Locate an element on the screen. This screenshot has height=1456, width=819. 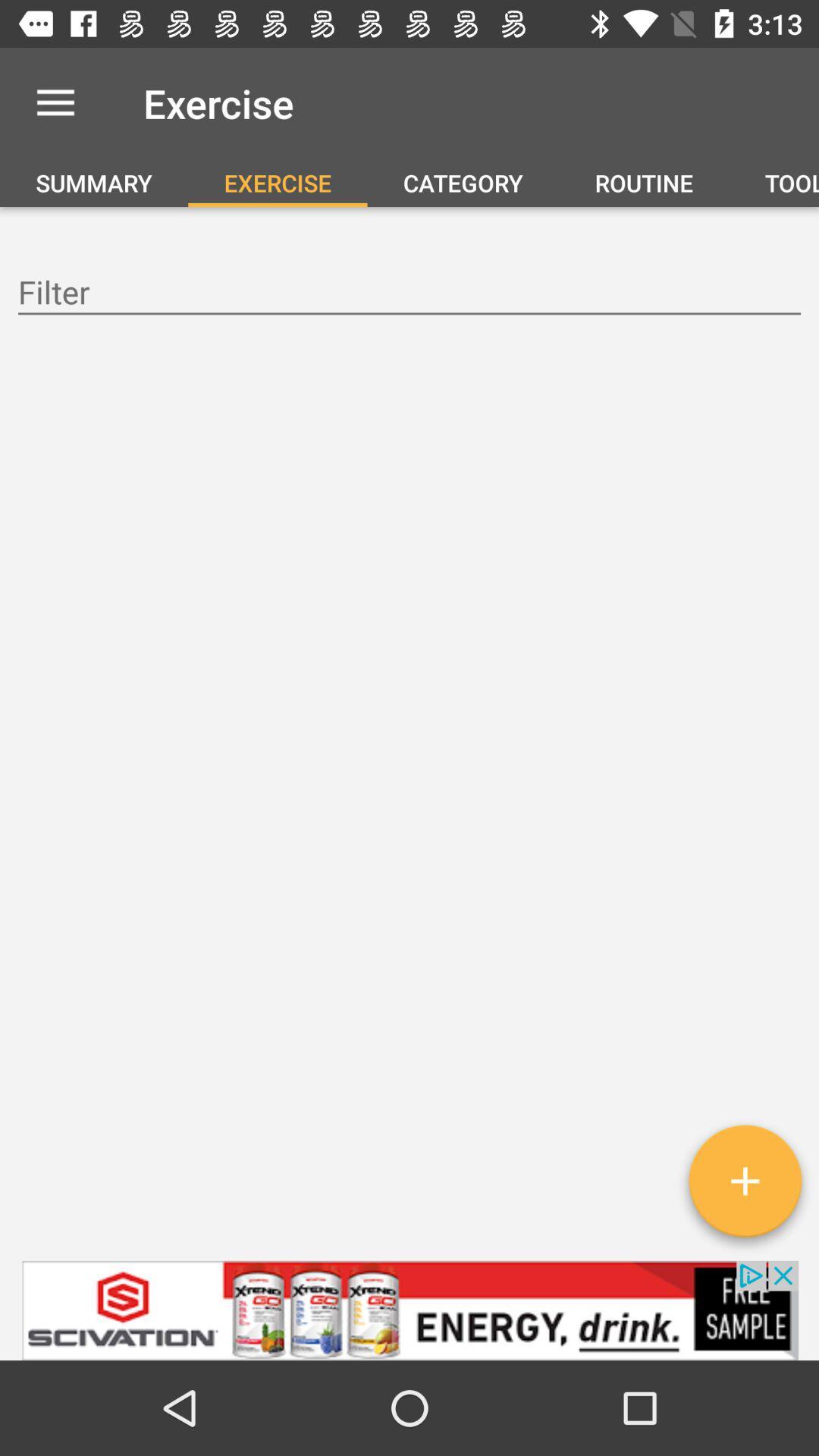
item is located at coordinates (744, 1186).